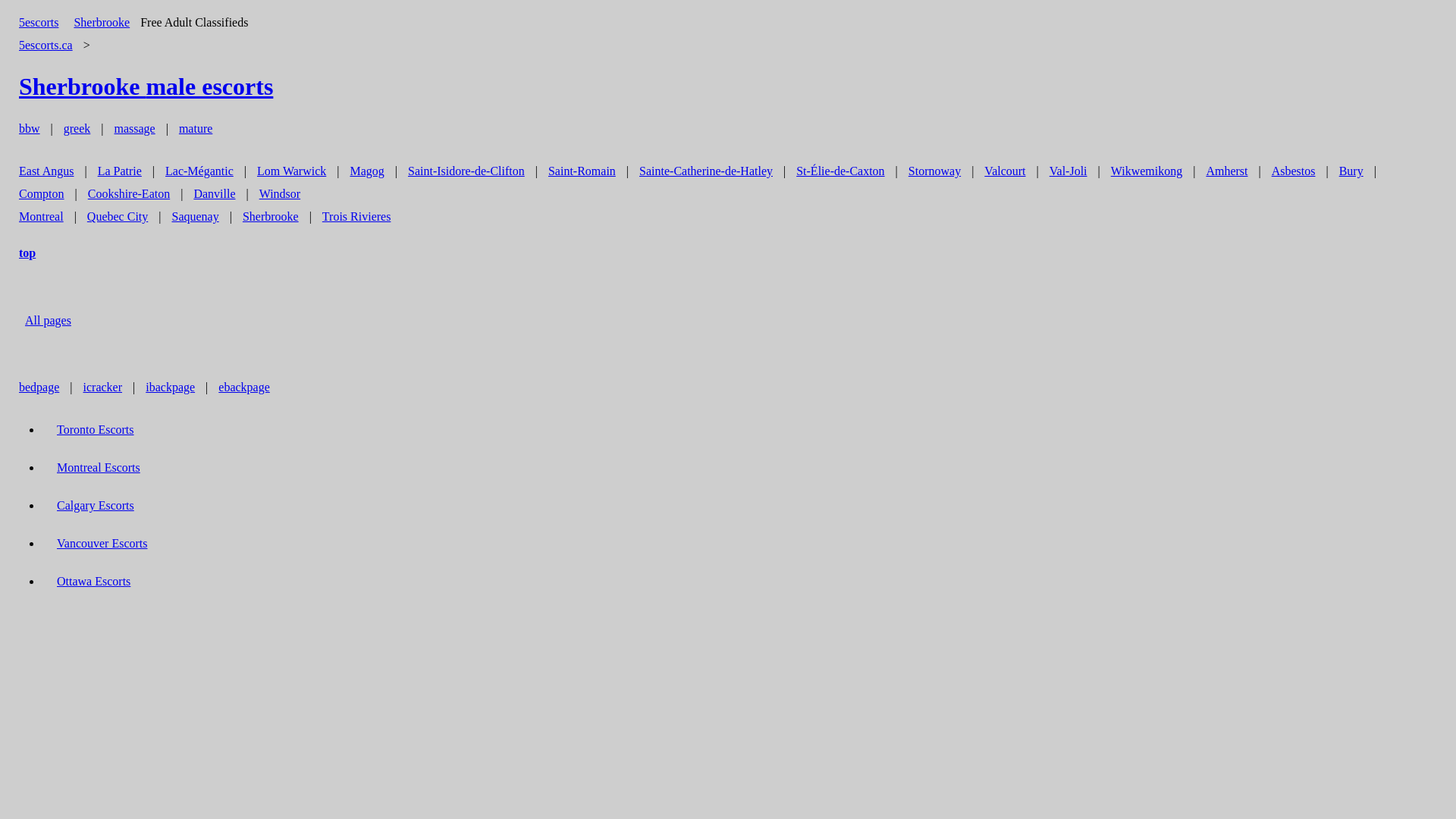 This screenshot has width=1456, height=819. Describe the element at coordinates (49, 466) in the screenshot. I see `'Montreal Escorts'` at that location.